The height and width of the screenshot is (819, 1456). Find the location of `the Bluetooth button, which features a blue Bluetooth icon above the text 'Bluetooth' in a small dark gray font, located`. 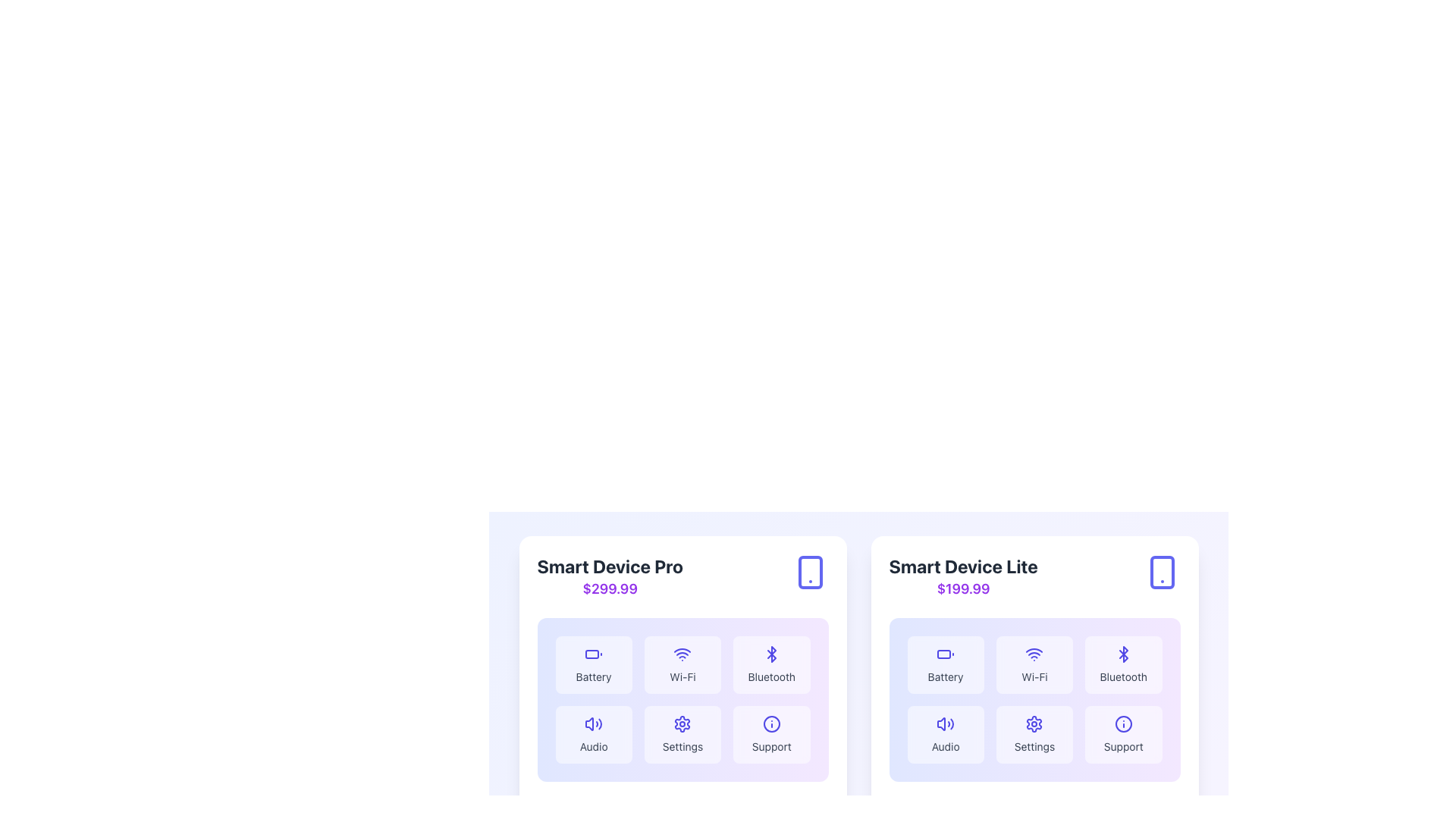

the Bluetooth button, which features a blue Bluetooth icon above the text 'Bluetooth' in a small dark gray font, located is located at coordinates (771, 664).